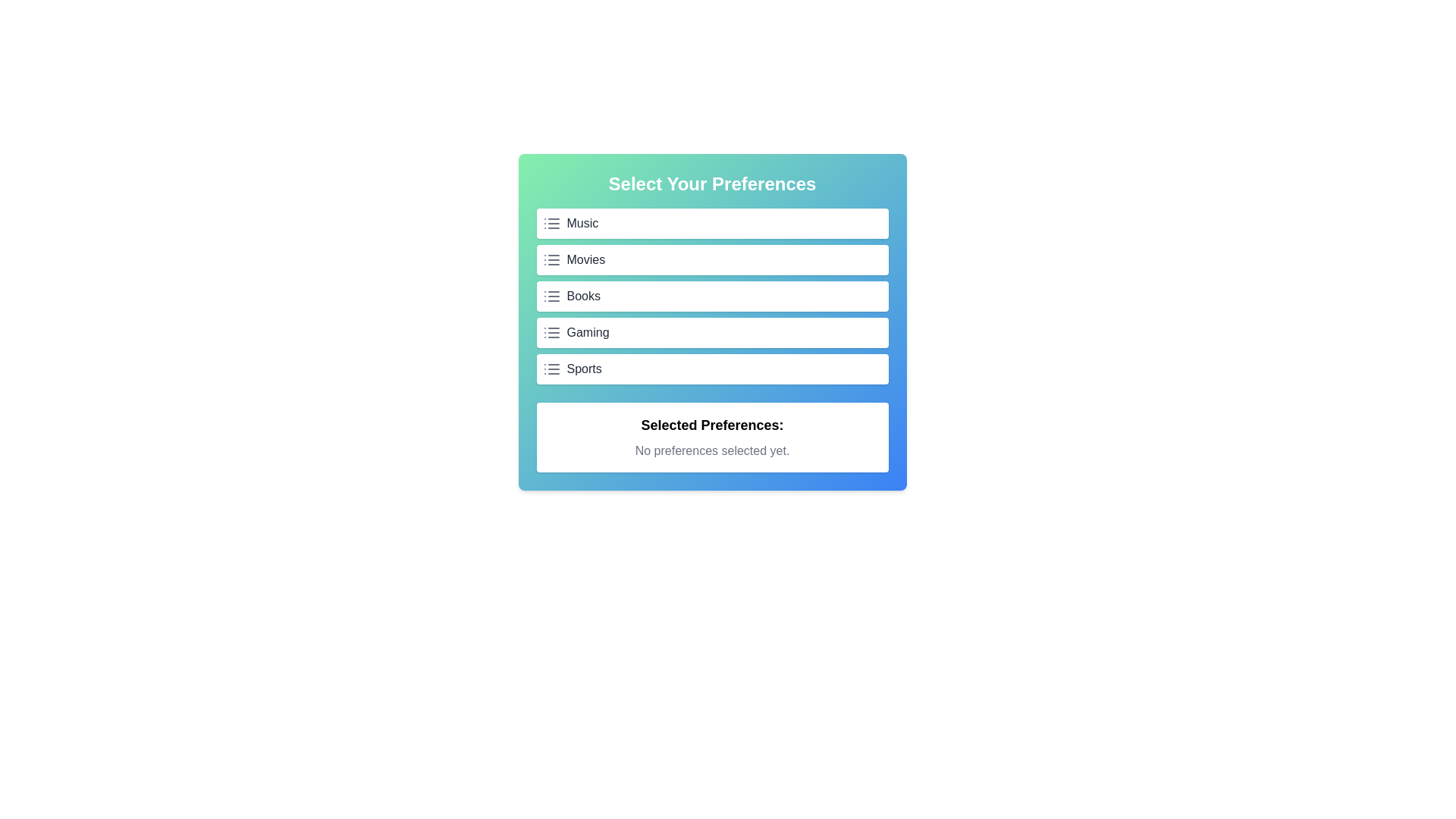 The width and height of the screenshot is (1456, 819). I want to click on the fourth option in the vertically arranged list of preference choices, which is a button-like element with a gradient background and white text and icon, so click(711, 321).